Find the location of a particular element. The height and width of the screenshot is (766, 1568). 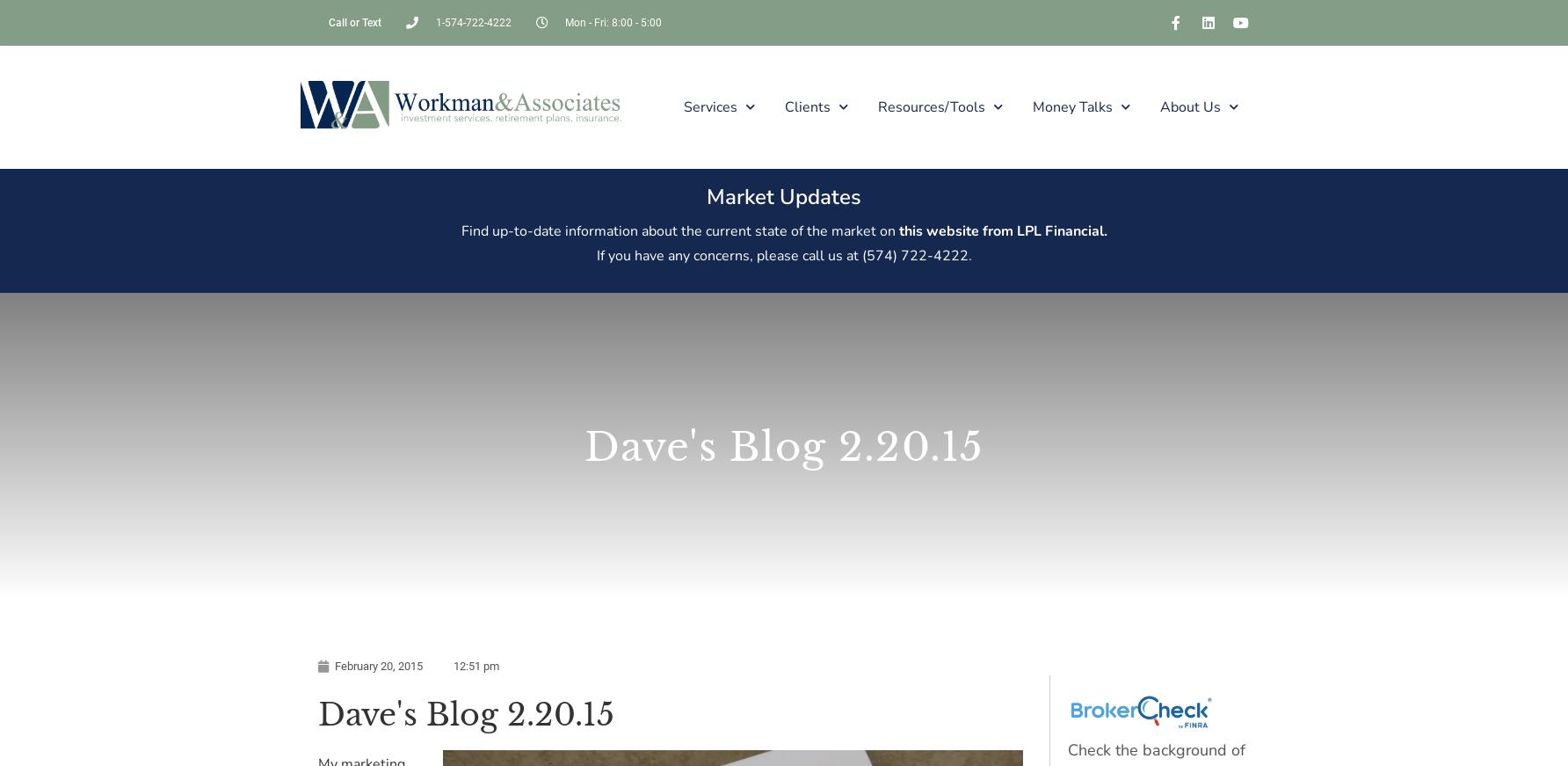

'Clients' is located at coordinates (807, 105).